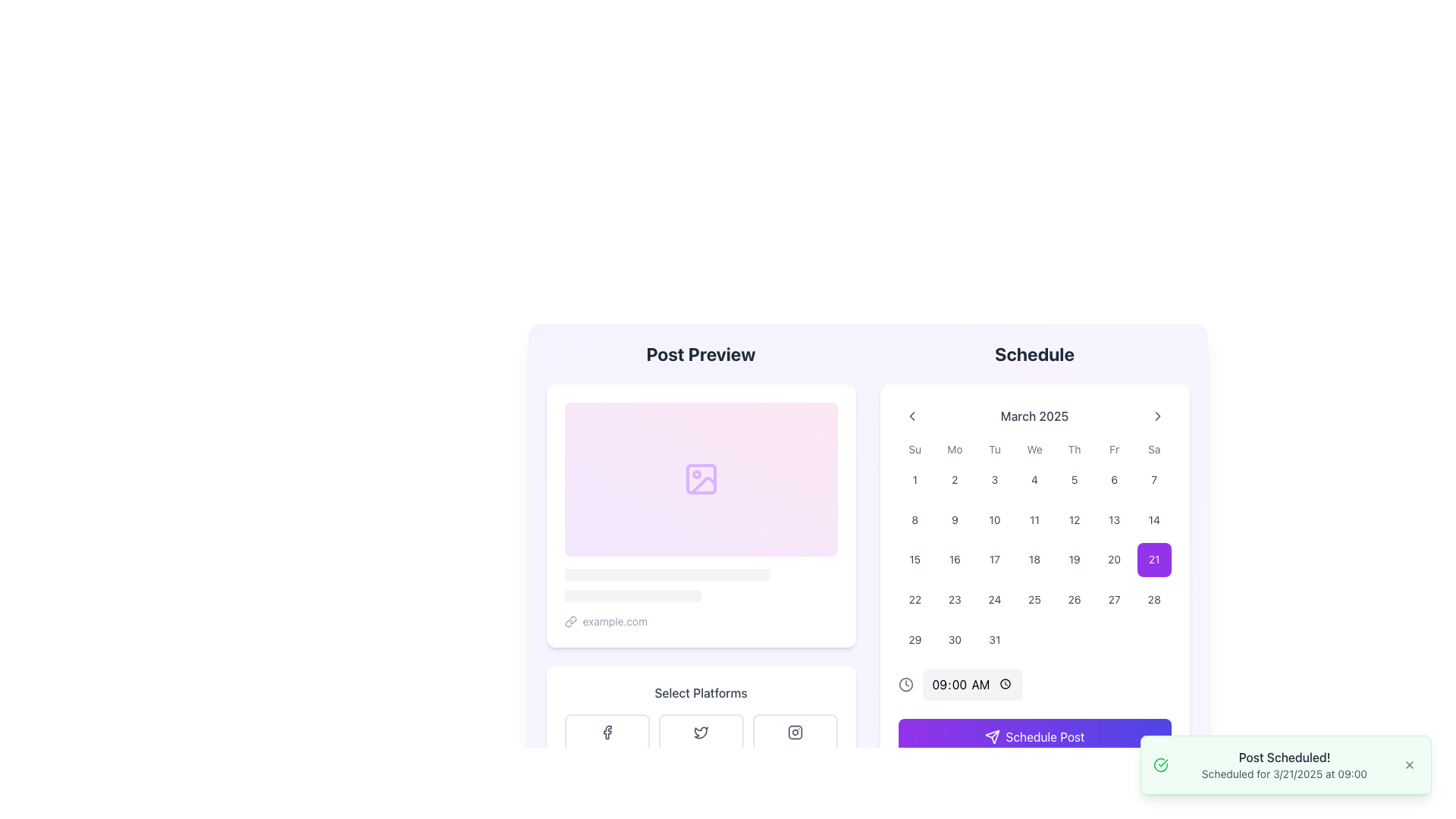 The width and height of the screenshot is (1456, 819). What do you see at coordinates (1034, 519) in the screenshot?
I see `the button displaying the number '11' in the calendar grid of the 'Schedule' section` at bounding box center [1034, 519].